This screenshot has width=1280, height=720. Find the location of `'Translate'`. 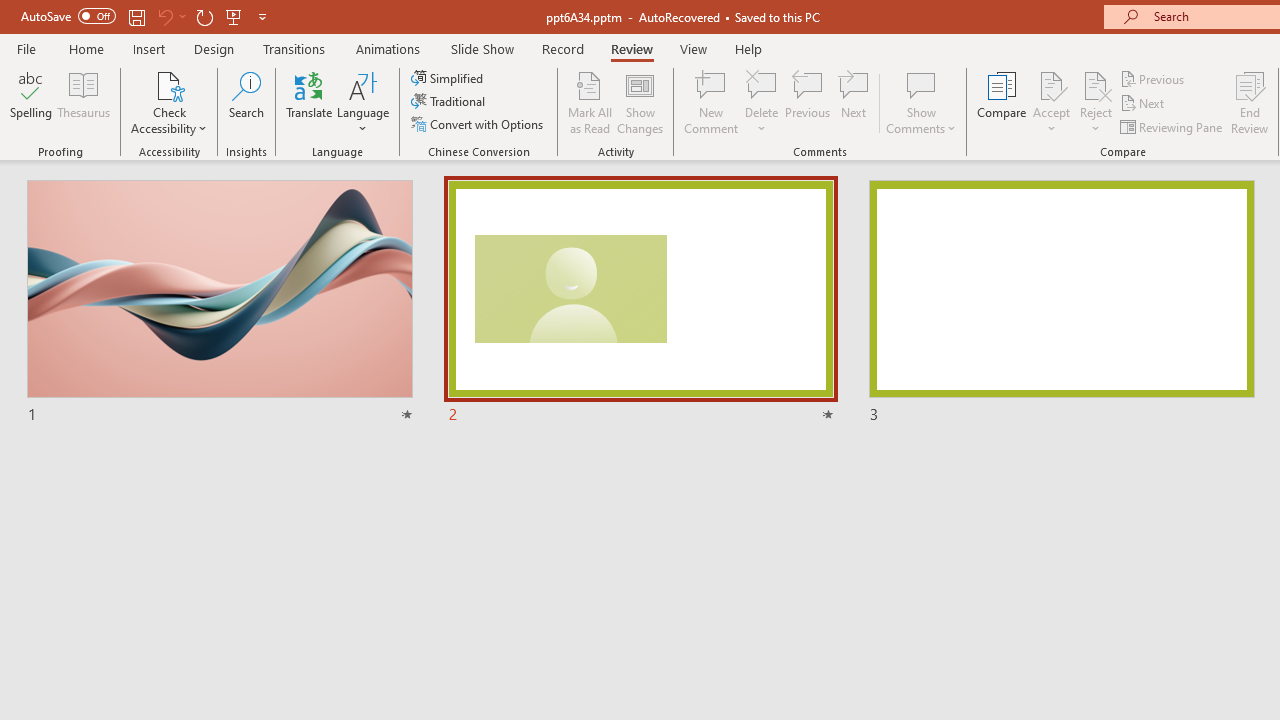

'Translate' is located at coordinates (308, 103).